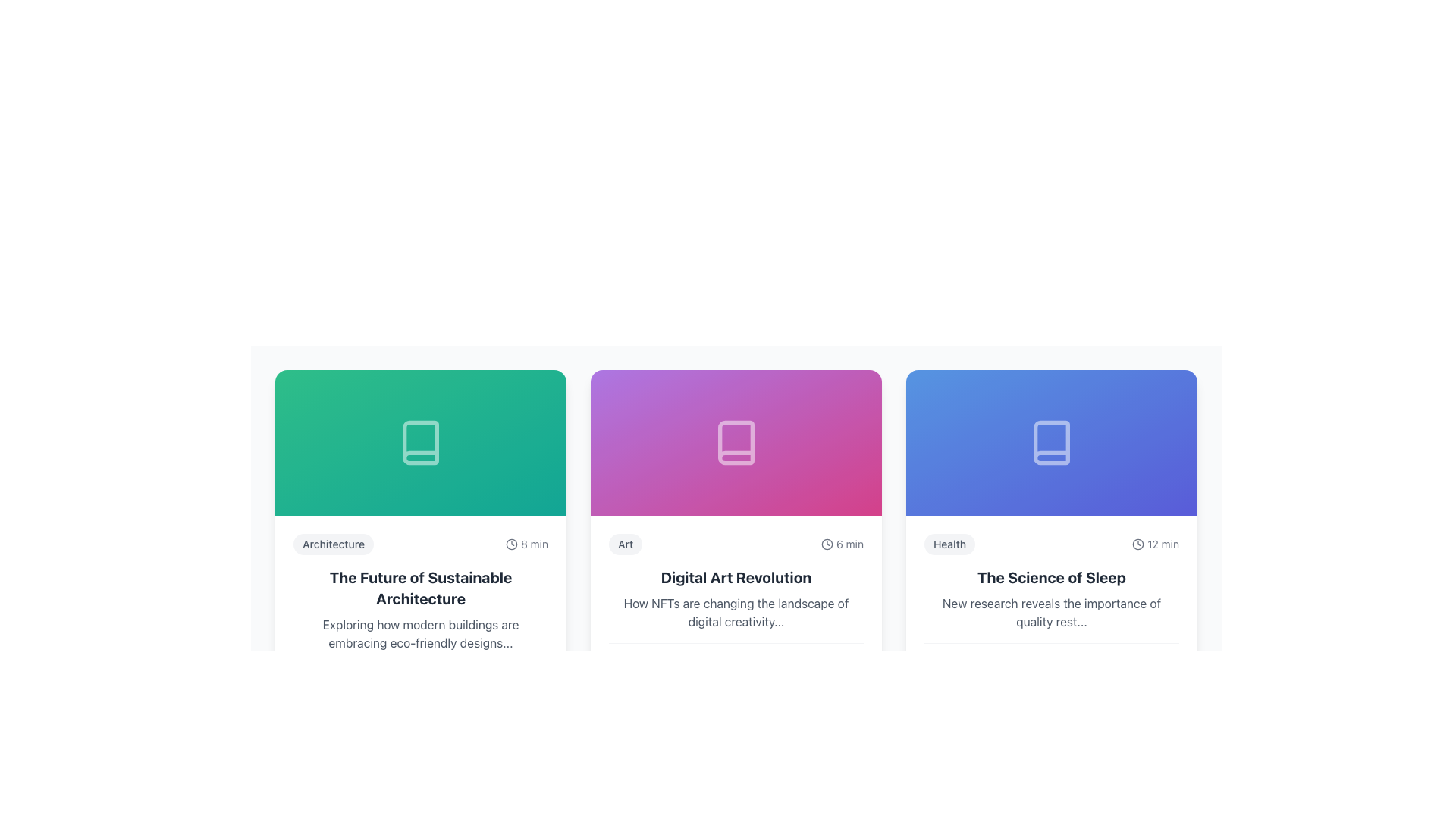  I want to click on the decorative book icon located at the center of the card with a purple gradient background, which is the middle card in a row of three cards, so click(736, 442).